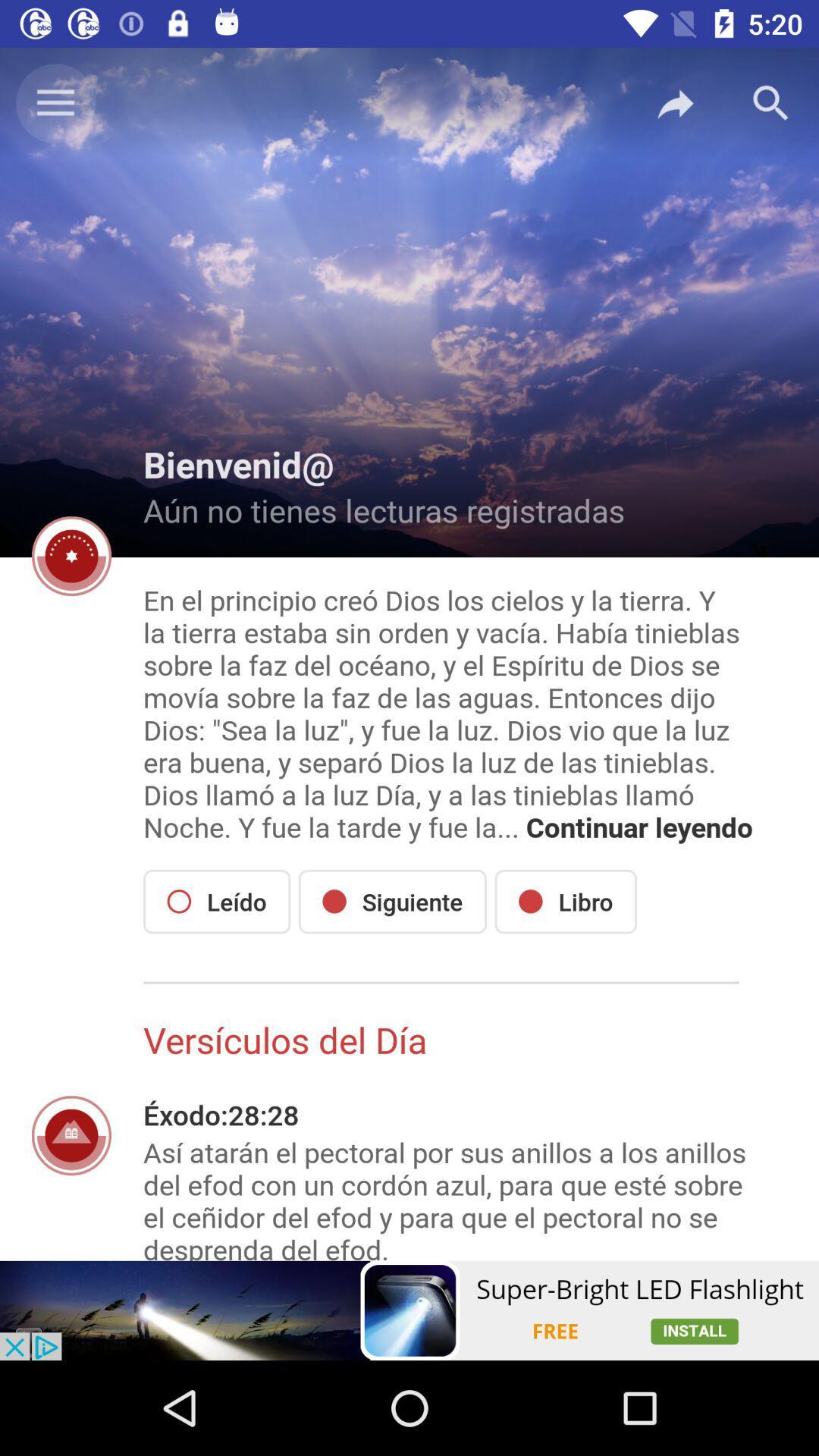  I want to click on siguiente icon, so click(391, 902).